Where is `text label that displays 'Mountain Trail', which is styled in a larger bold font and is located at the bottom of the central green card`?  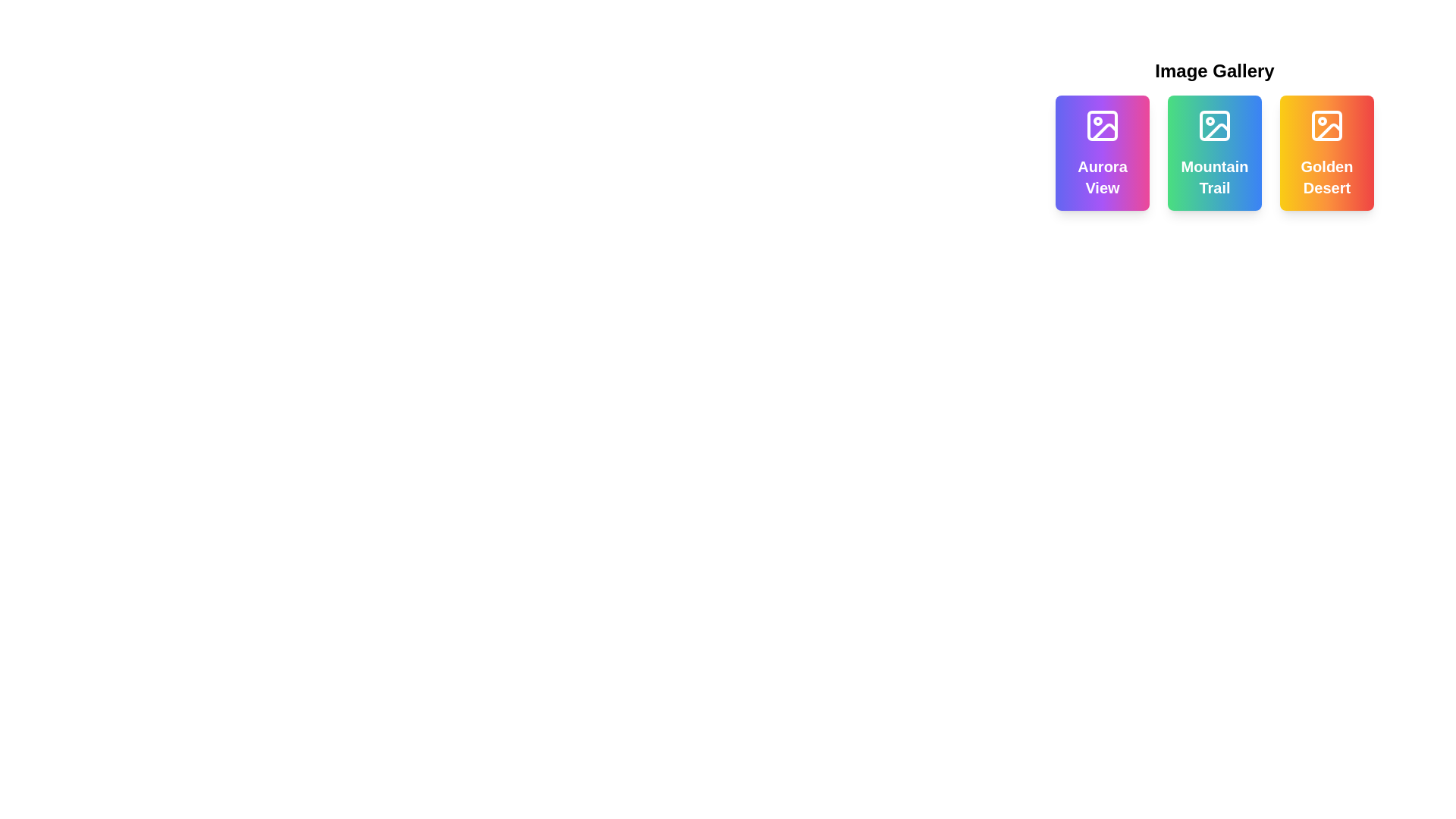
text label that displays 'Mountain Trail', which is styled in a larger bold font and is located at the bottom of the central green card is located at coordinates (1215, 177).